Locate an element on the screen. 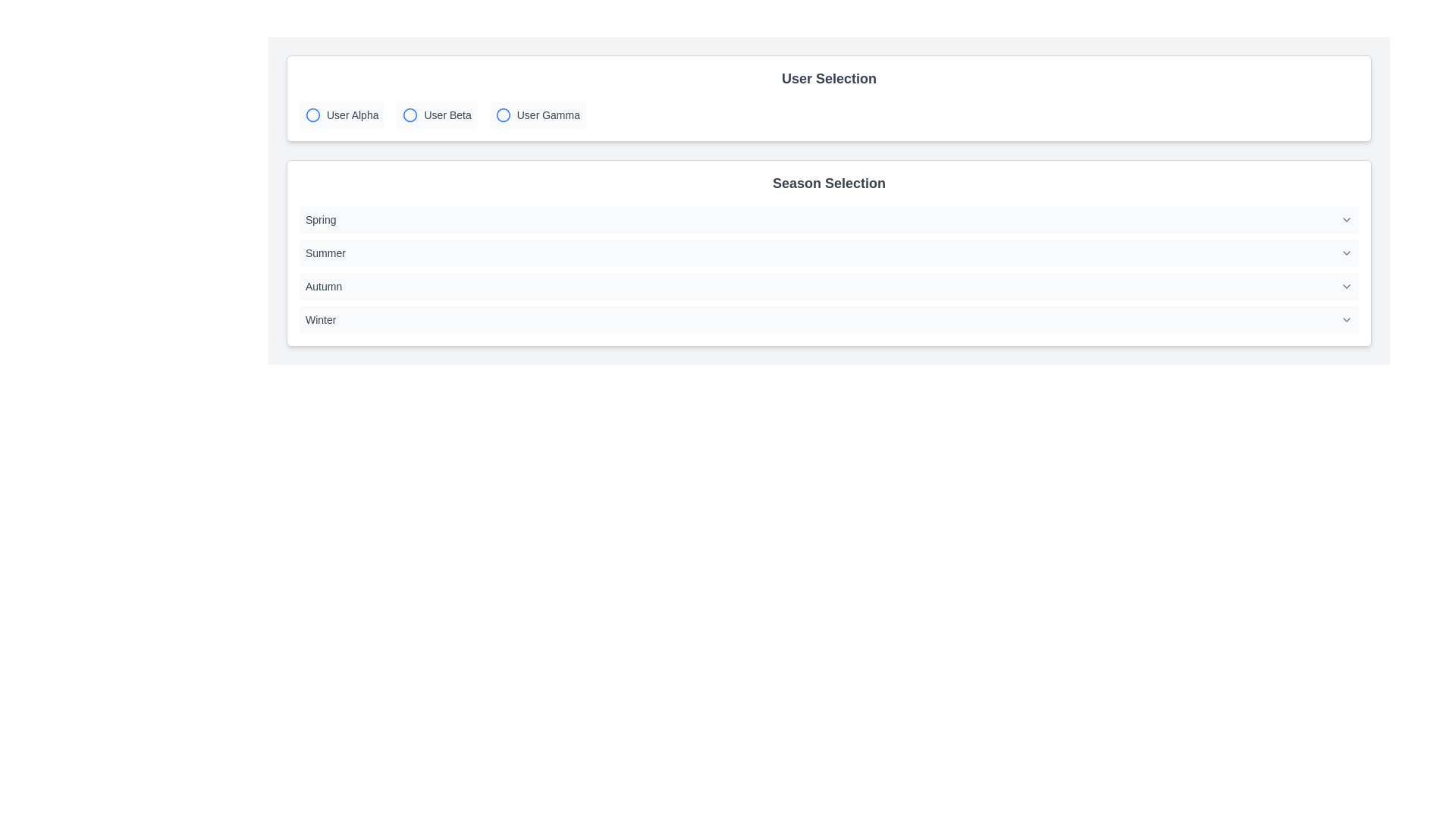  the selectable radio button styled option labeled 'User Gamma', which is the third option in the 'User Selection' section, visually indicated by a circular icon with a blue outline and dark gray text on a light gray background is located at coordinates (538, 114).